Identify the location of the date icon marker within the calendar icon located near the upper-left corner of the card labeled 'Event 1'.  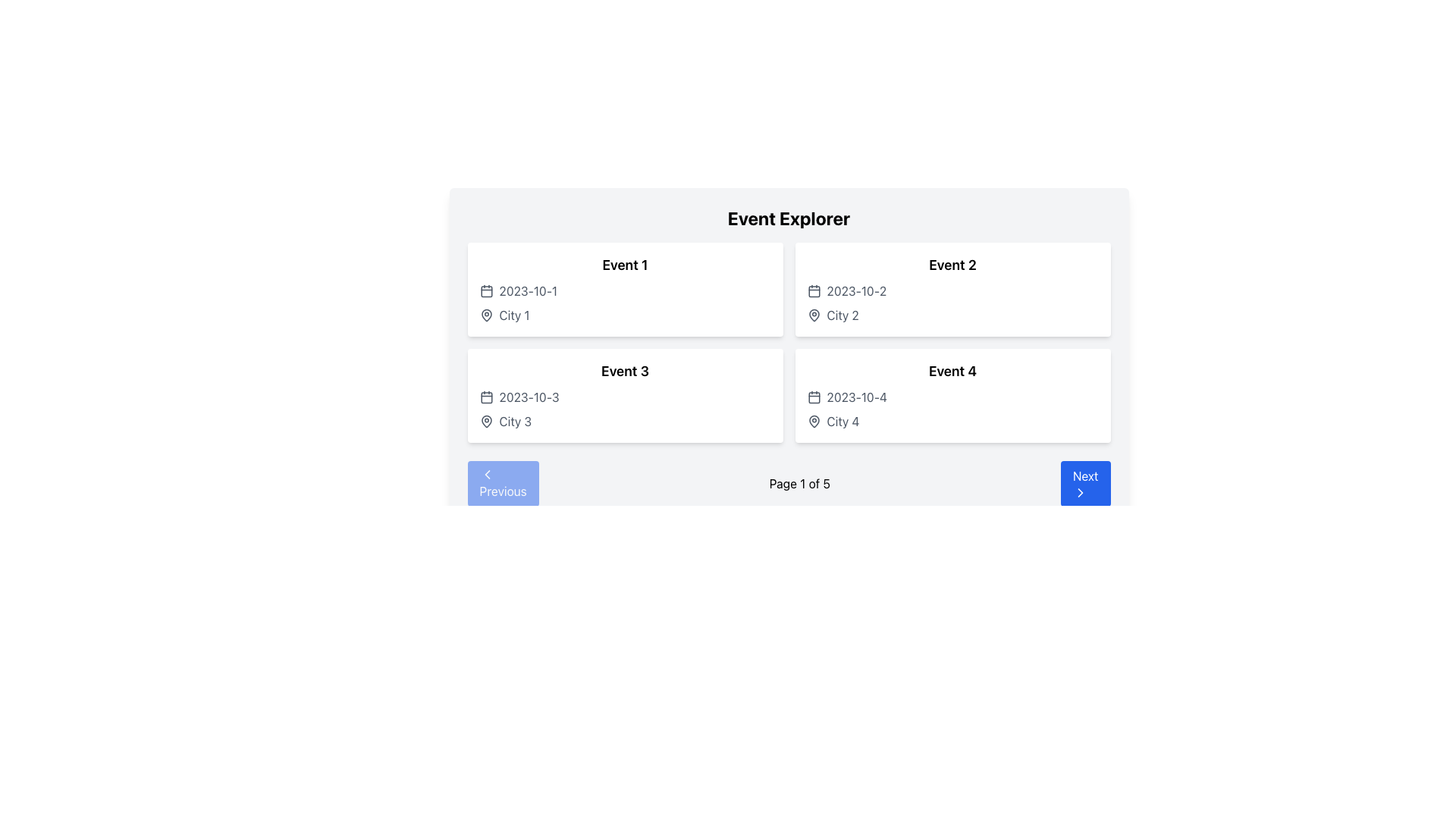
(486, 291).